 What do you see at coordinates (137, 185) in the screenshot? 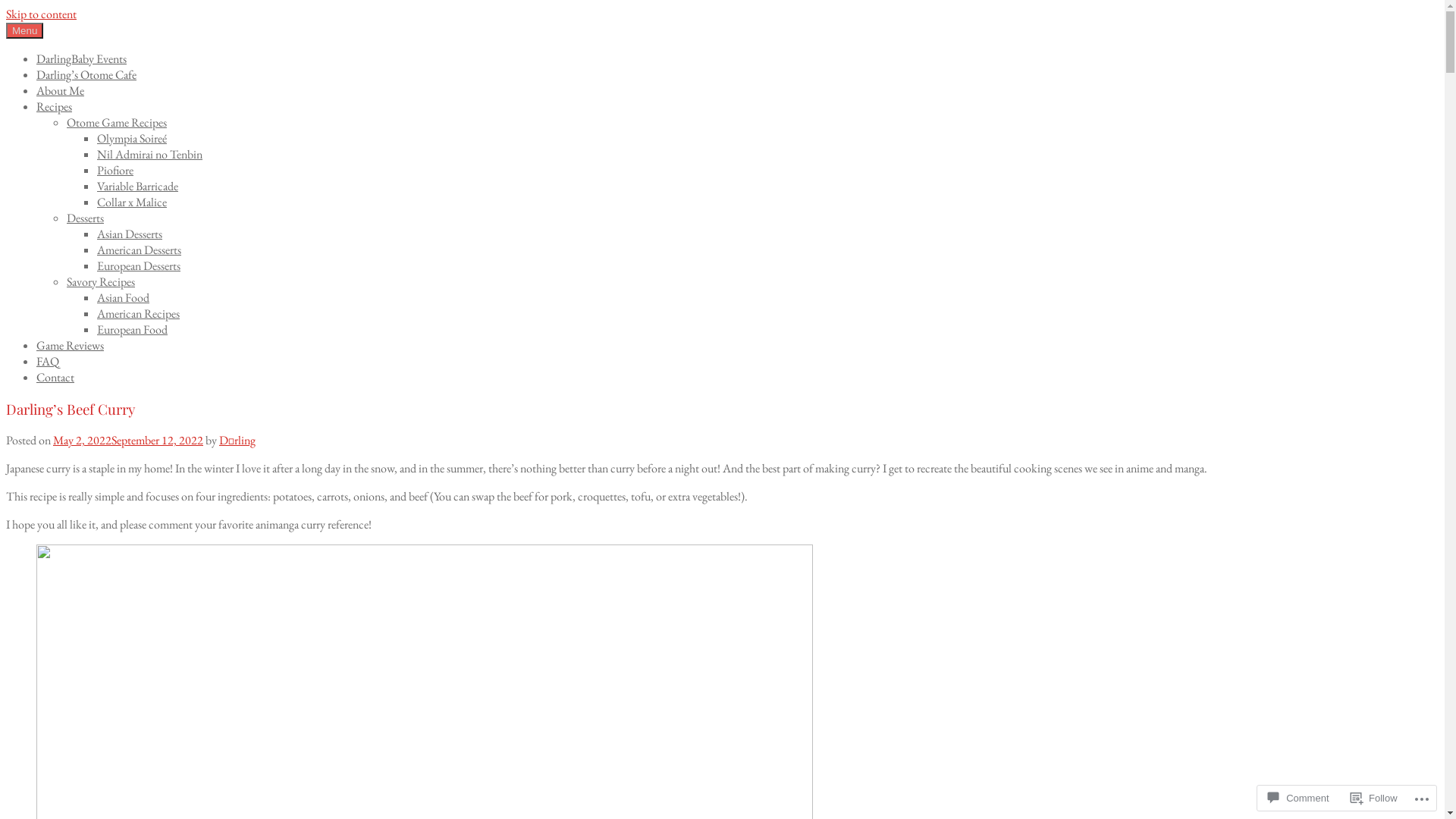
I see `'Variable Barricade'` at bounding box center [137, 185].